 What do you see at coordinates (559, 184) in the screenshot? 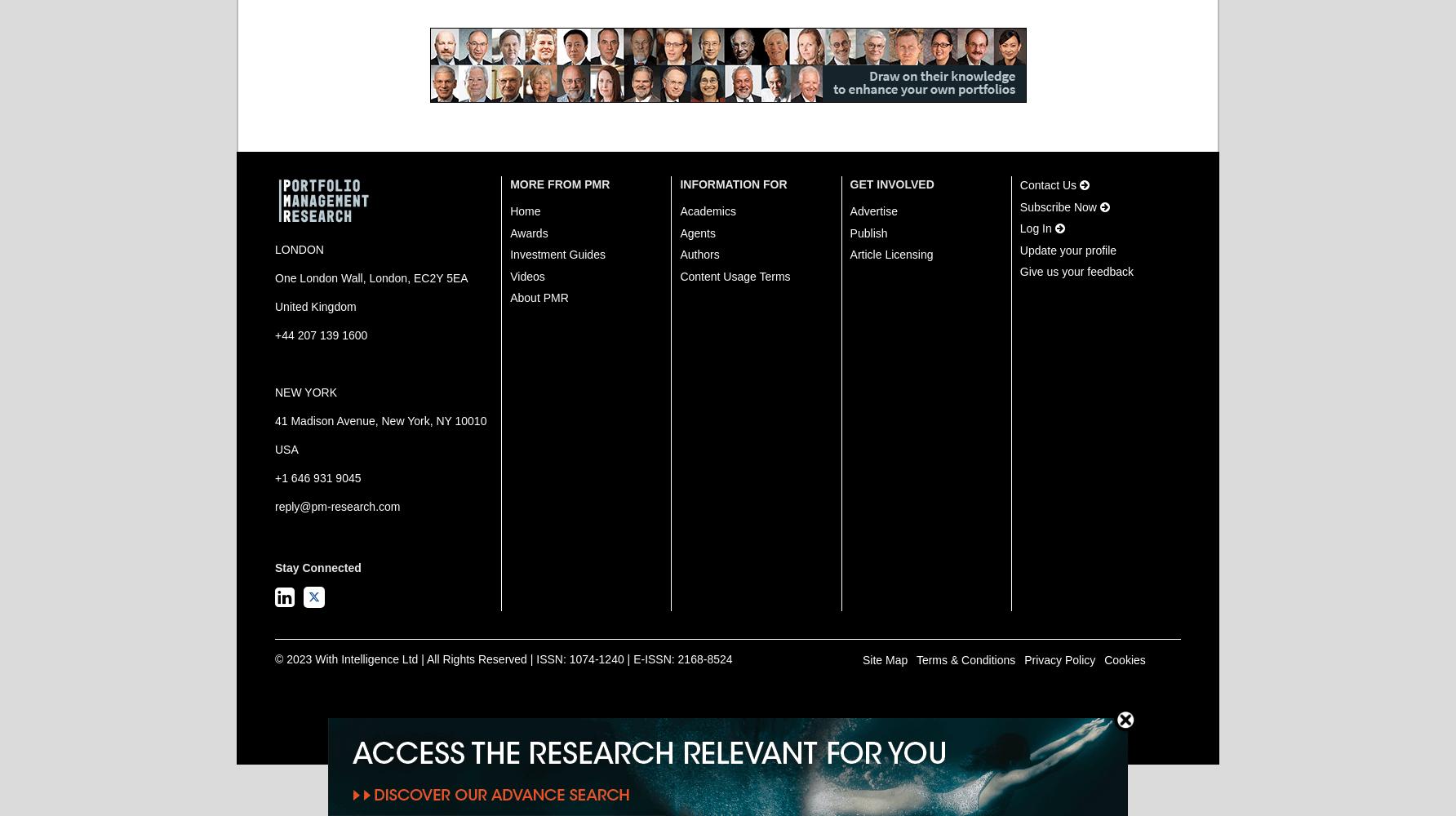
I see `'MORE FROM PMR'` at bounding box center [559, 184].